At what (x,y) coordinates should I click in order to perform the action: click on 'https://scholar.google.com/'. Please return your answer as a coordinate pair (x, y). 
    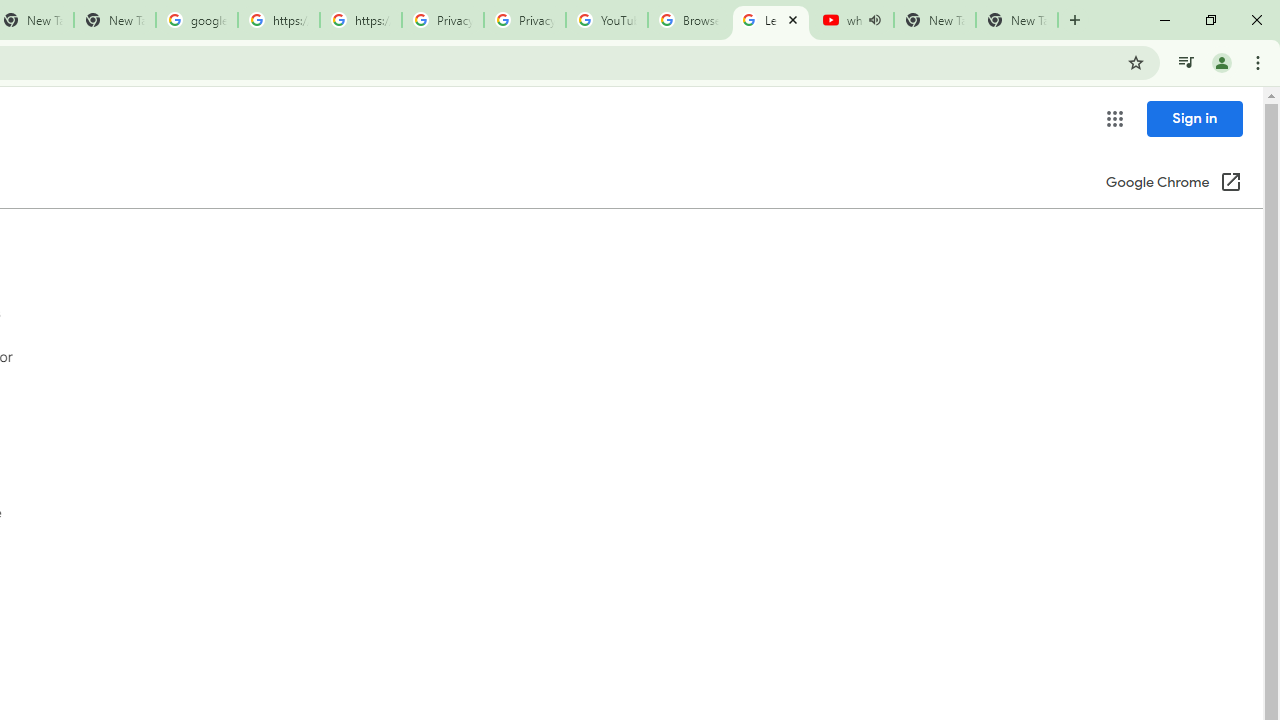
    Looking at the image, I should click on (278, 20).